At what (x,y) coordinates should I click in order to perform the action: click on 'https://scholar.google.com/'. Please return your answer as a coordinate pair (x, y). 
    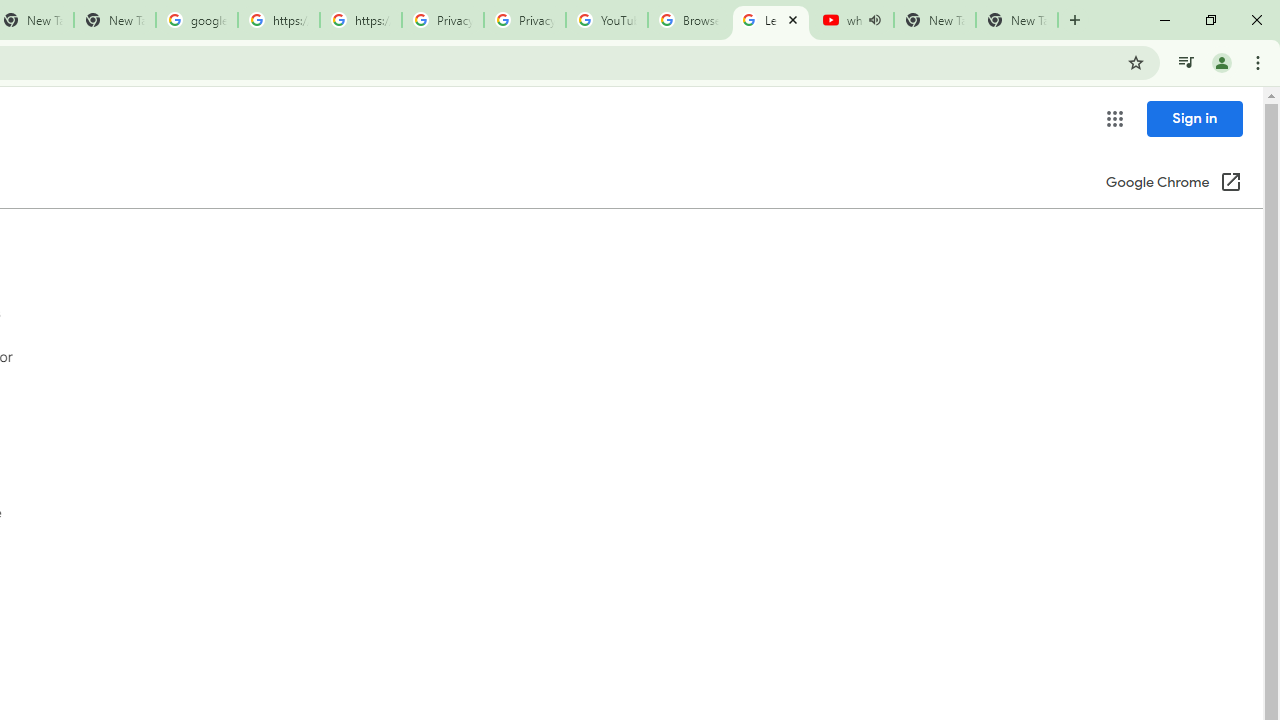
    Looking at the image, I should click on (278, 20).